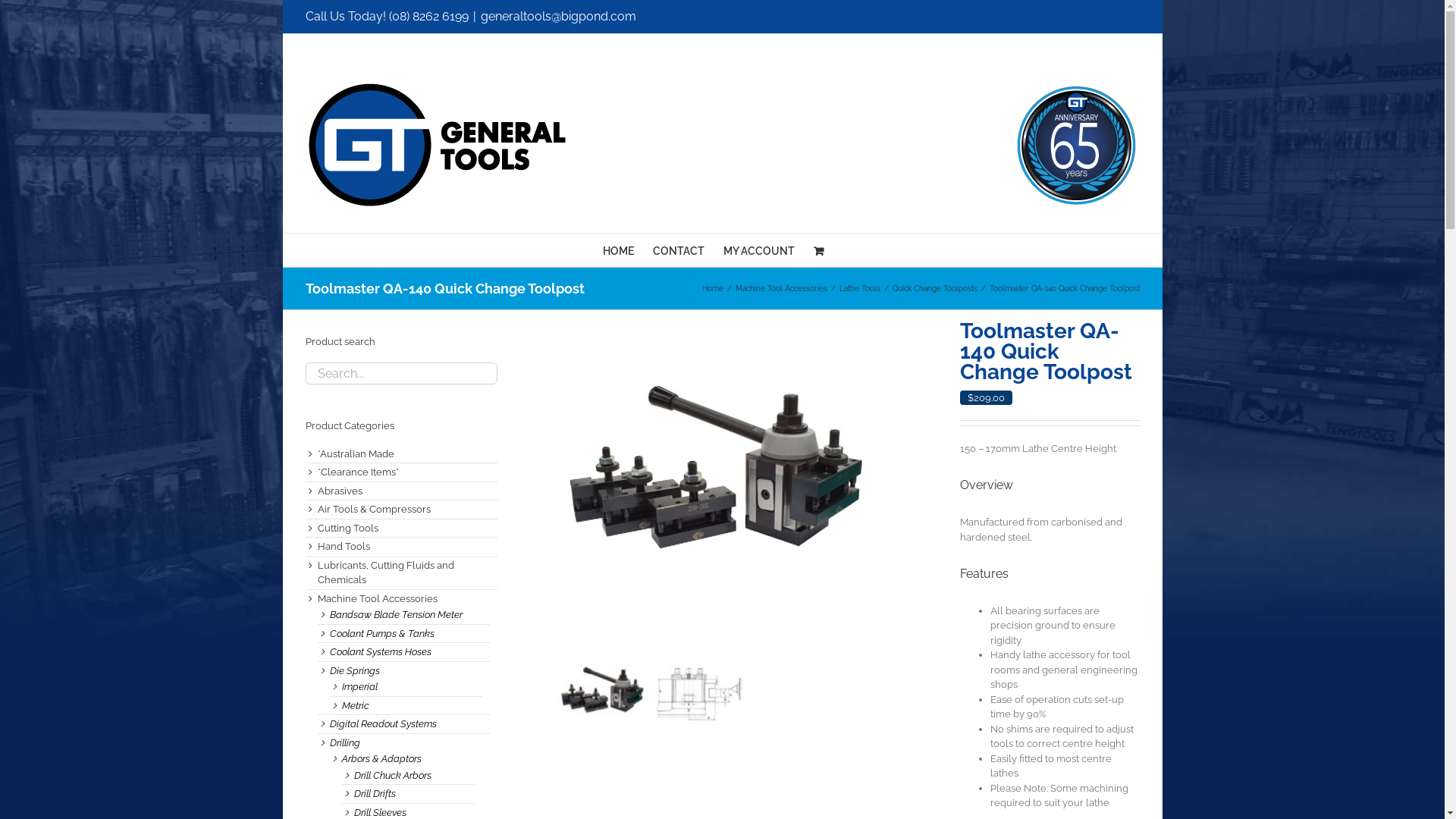  I want to click on 'Cutting Tools', so click(346, 527).